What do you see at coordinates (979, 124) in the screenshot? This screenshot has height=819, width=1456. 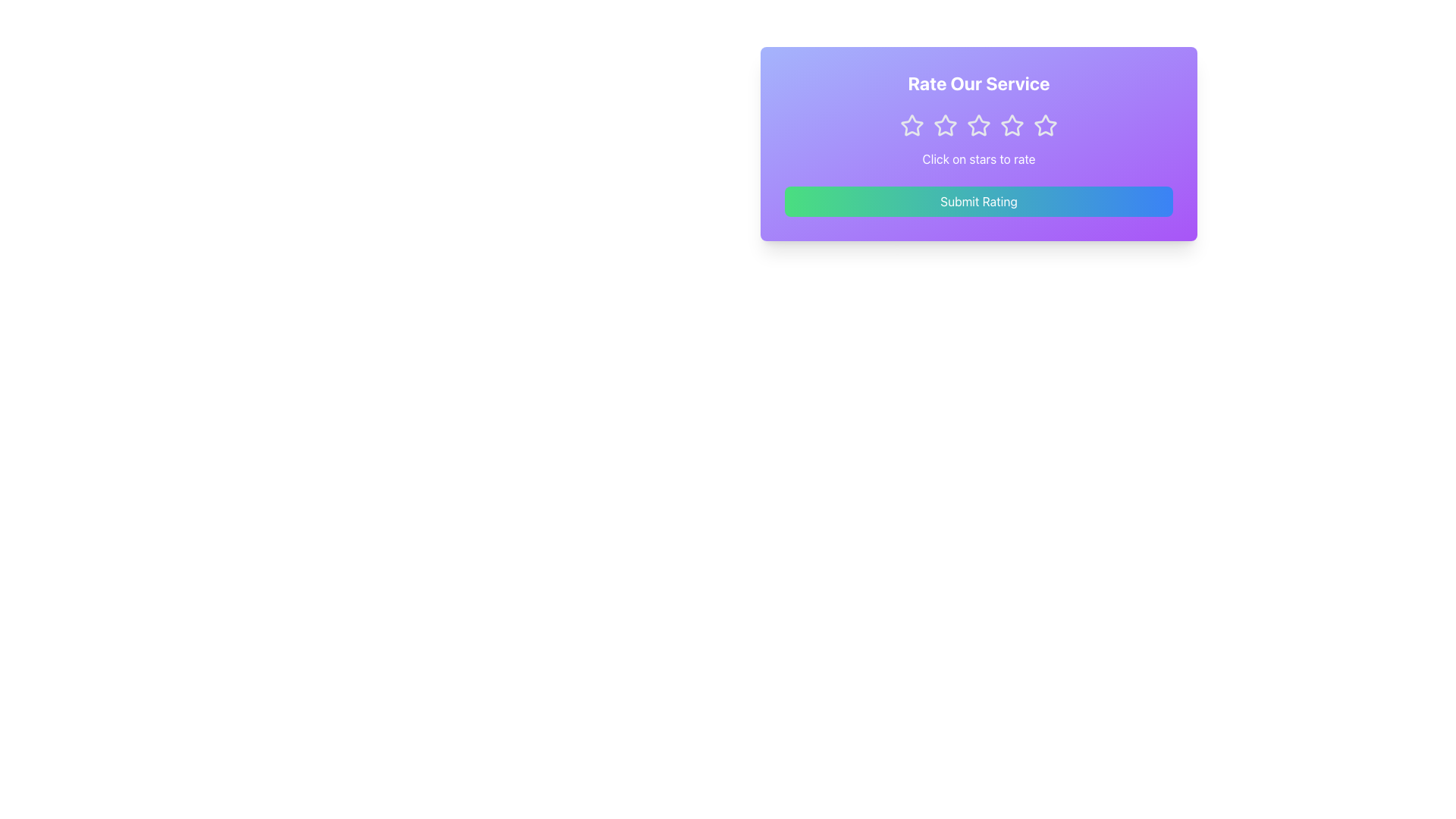 I see `the interactive star icons in the Rating Component` at bounding box center [979, 124].